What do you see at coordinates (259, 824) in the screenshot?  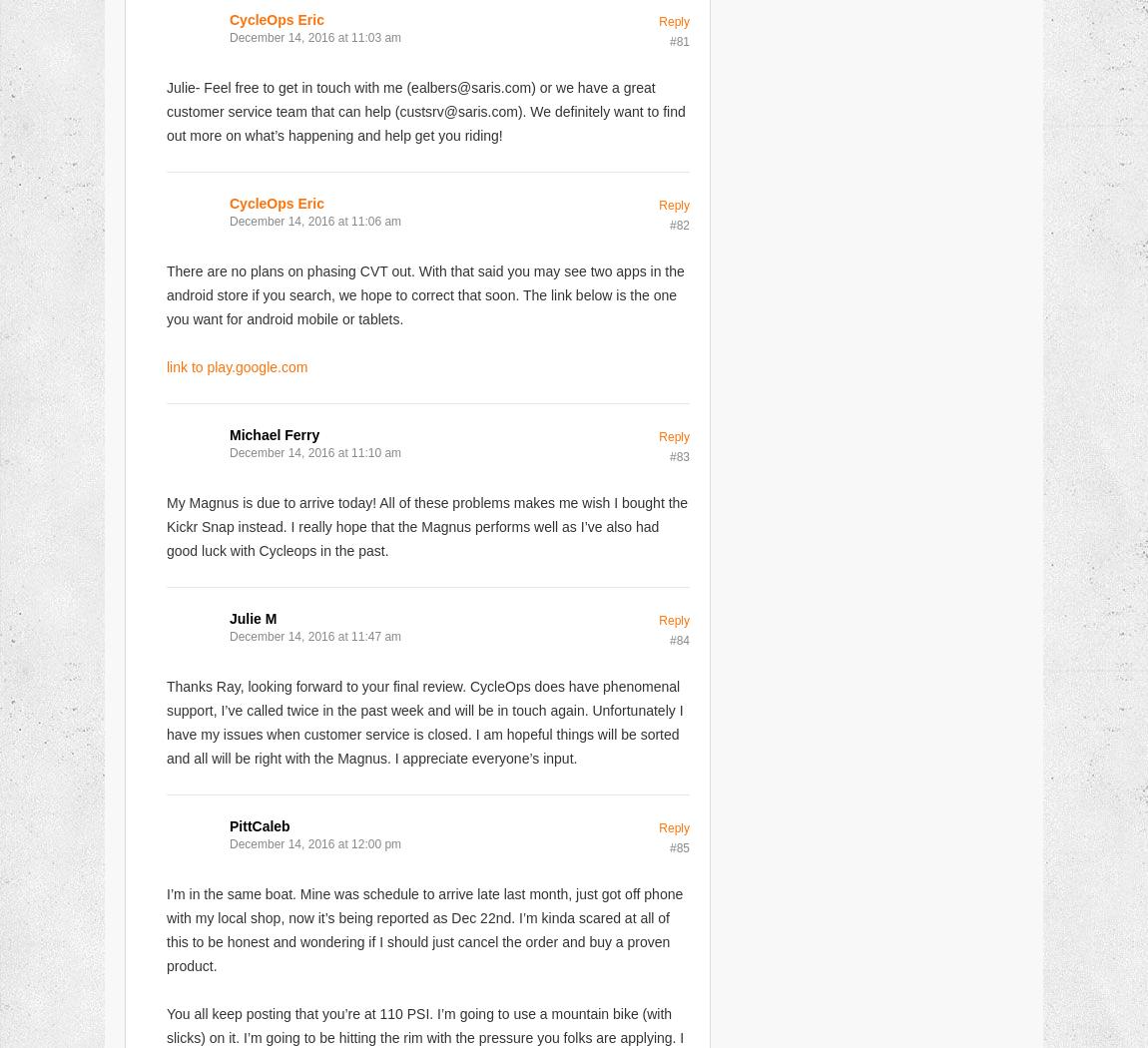 I see `'PittCaleb'` at bounding box center [259, 824].